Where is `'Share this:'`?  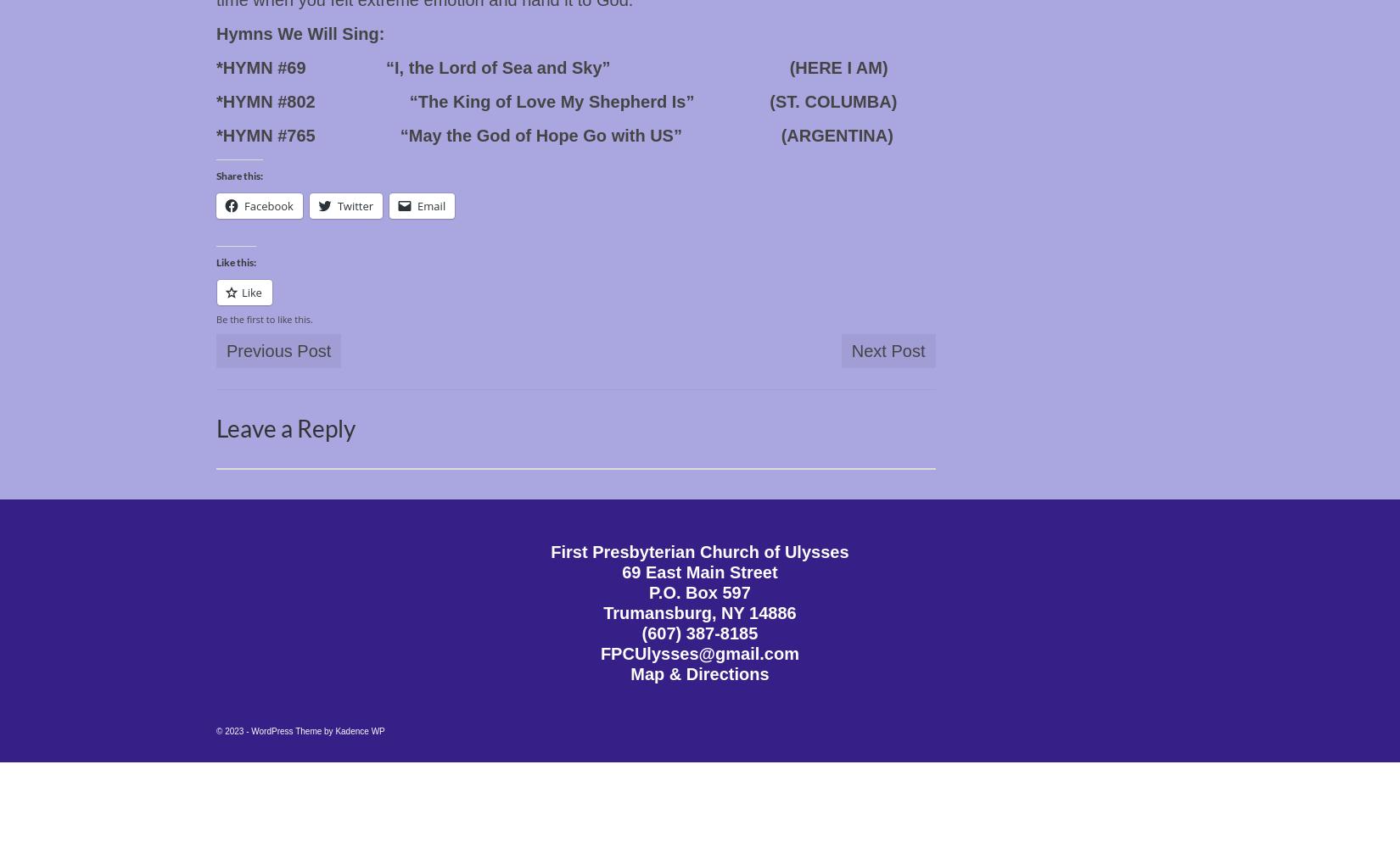
'Share this:' is located at coordinates (239, 175).